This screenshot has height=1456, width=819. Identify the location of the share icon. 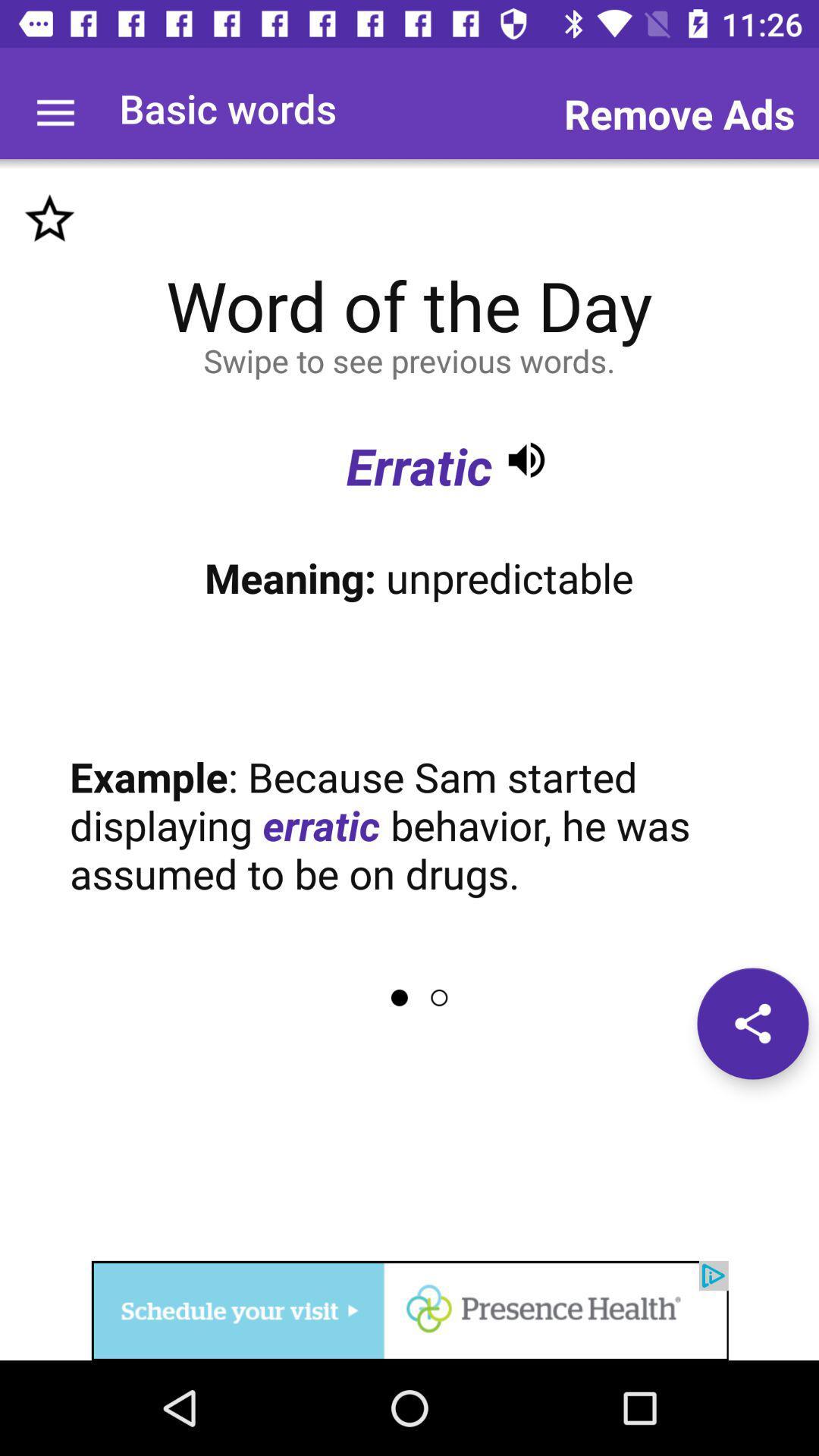
(752, 1023).